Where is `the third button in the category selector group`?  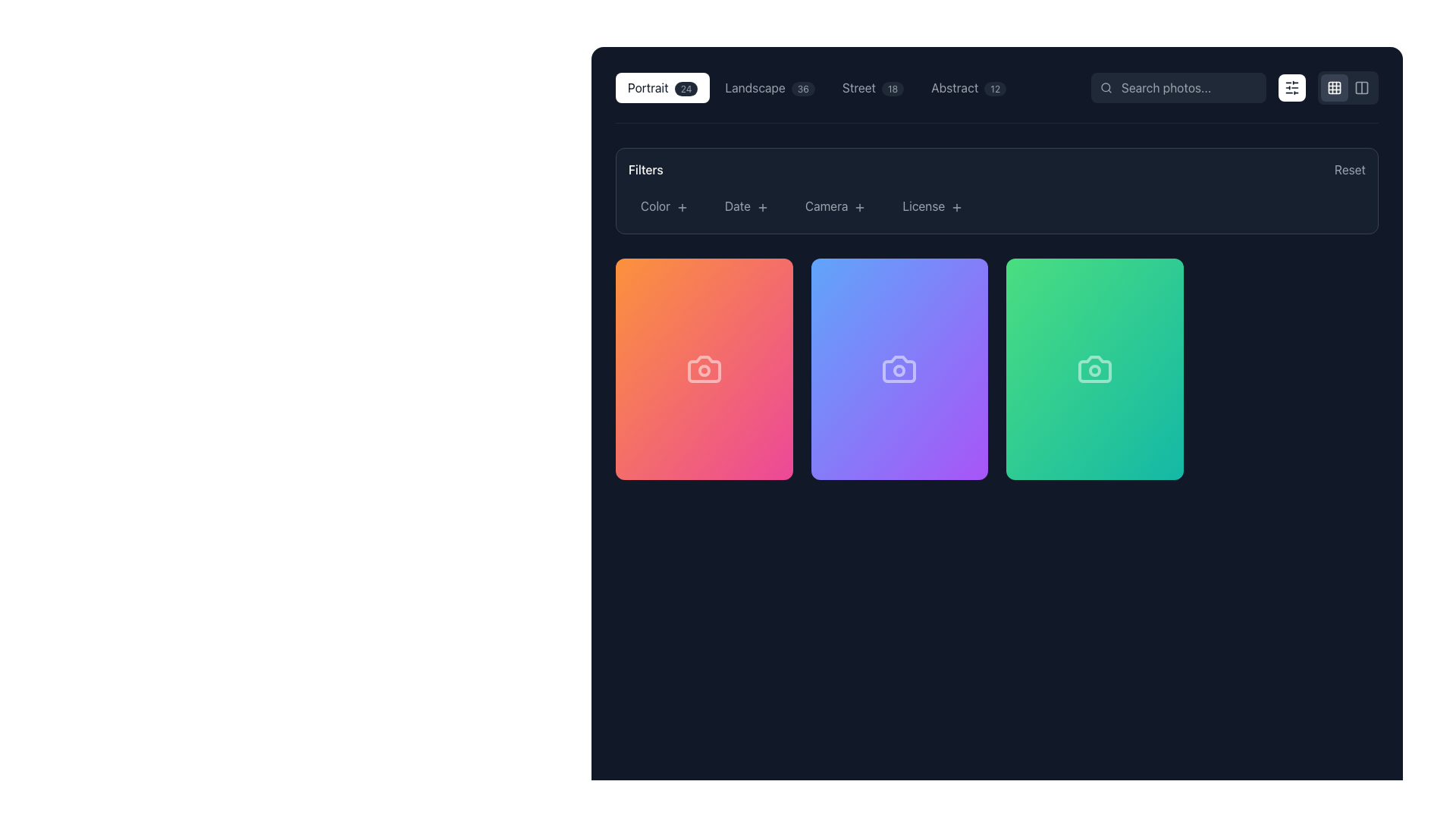 the third button in the category selector group is located at coordinates (873, 87).